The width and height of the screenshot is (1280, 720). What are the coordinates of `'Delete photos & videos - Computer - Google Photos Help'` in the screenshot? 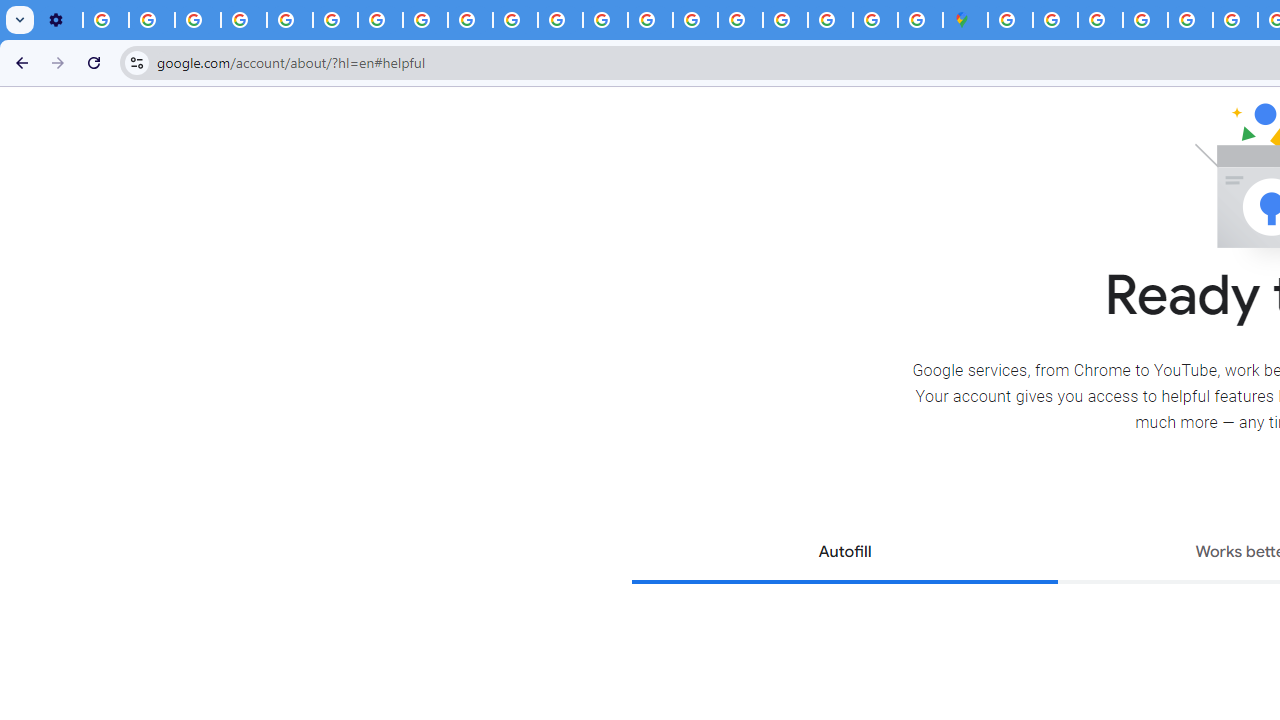 It's located at (105, 20).